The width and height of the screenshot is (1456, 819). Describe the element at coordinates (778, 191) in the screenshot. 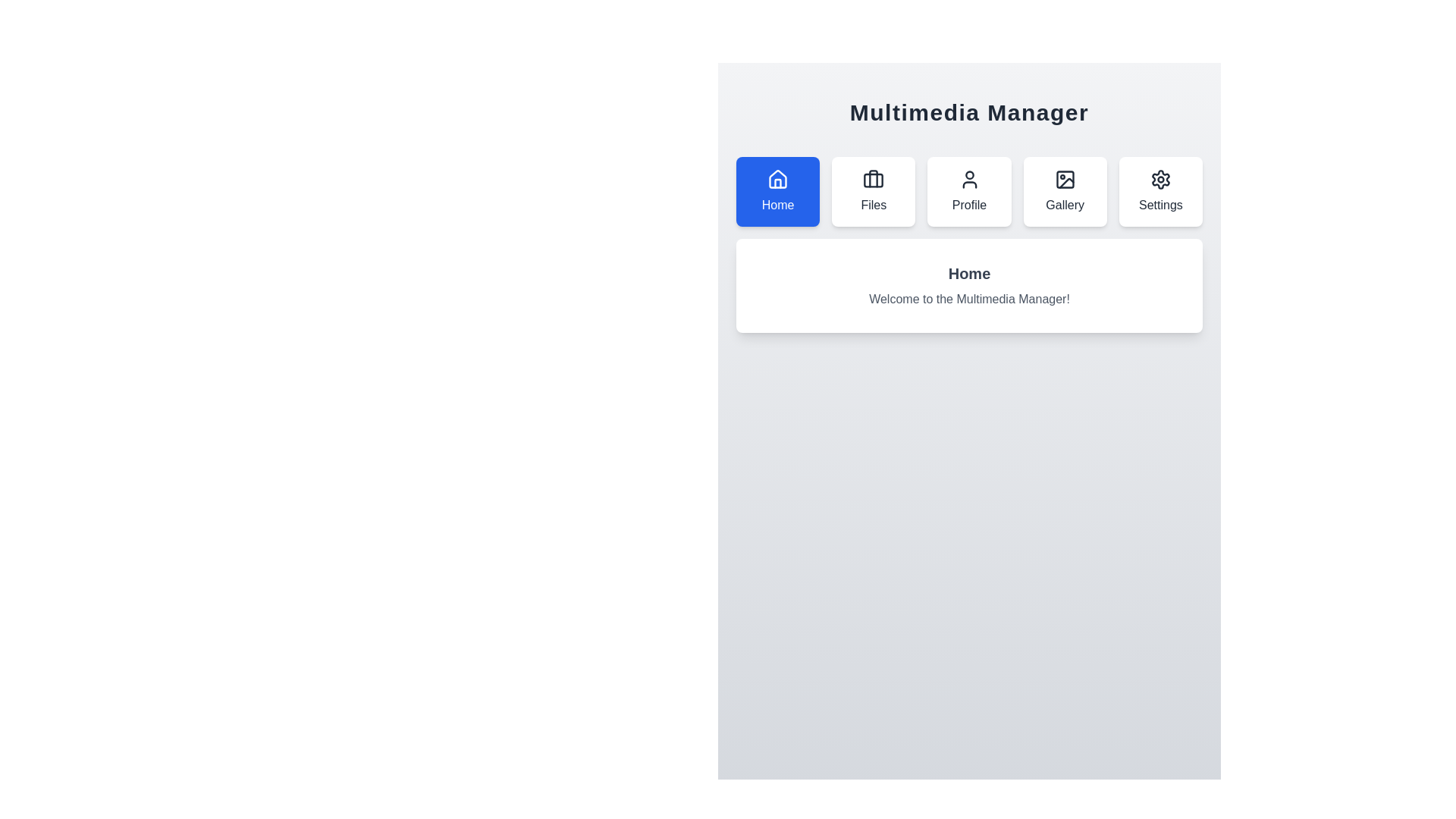

I see `the 'Home' button, which is a blue rectangular button with rounded corners and white text, located in the top left of the interface among other buttons` at that location.